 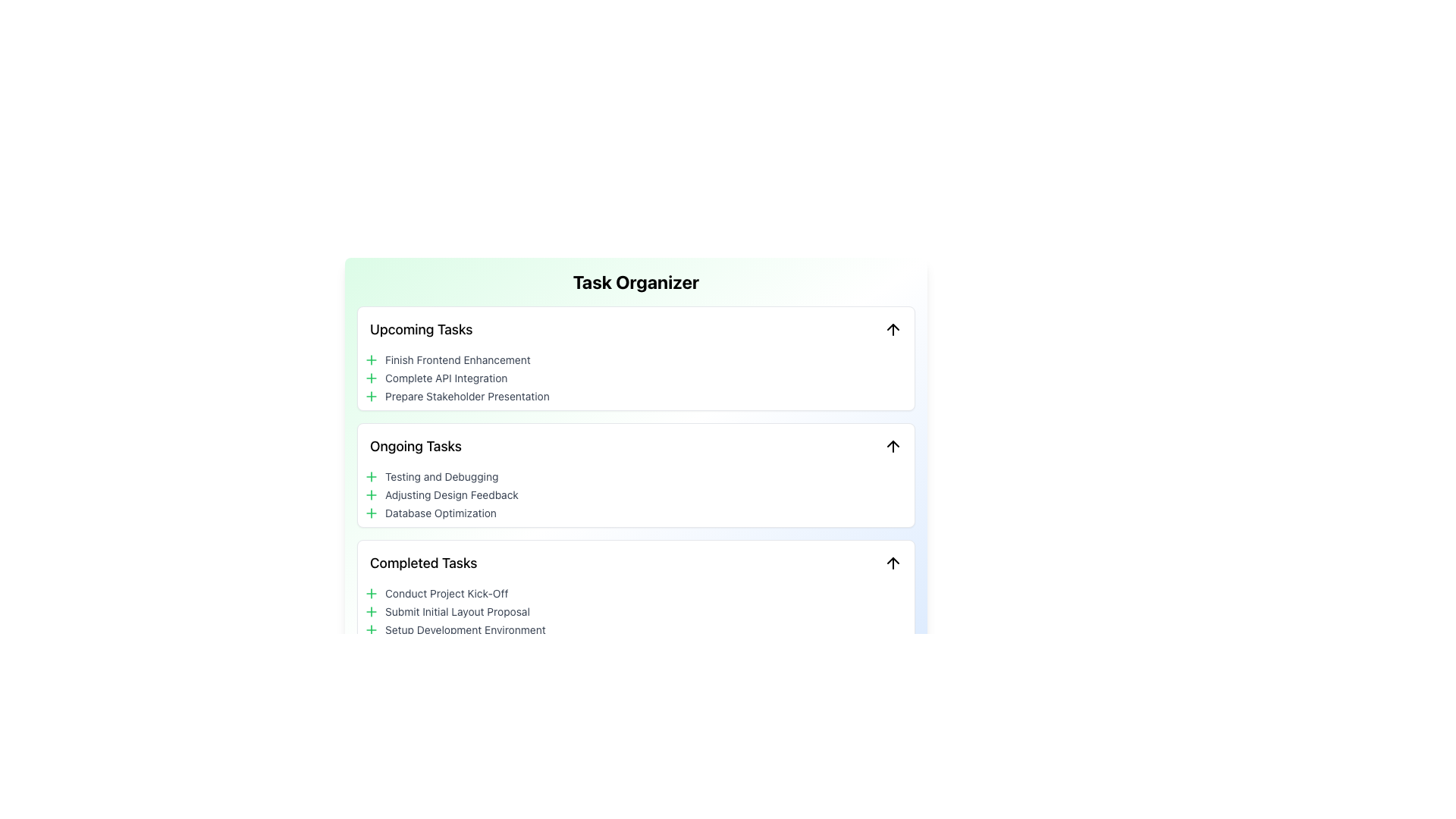 What do you see at coordinates (371, 377) in the screenshot?
I see `the green-colored plus icon that is styled with a stroke and is located in front of the label 'Complete API Integration' to initiate adding a related task` at bounding box center [371, 377].